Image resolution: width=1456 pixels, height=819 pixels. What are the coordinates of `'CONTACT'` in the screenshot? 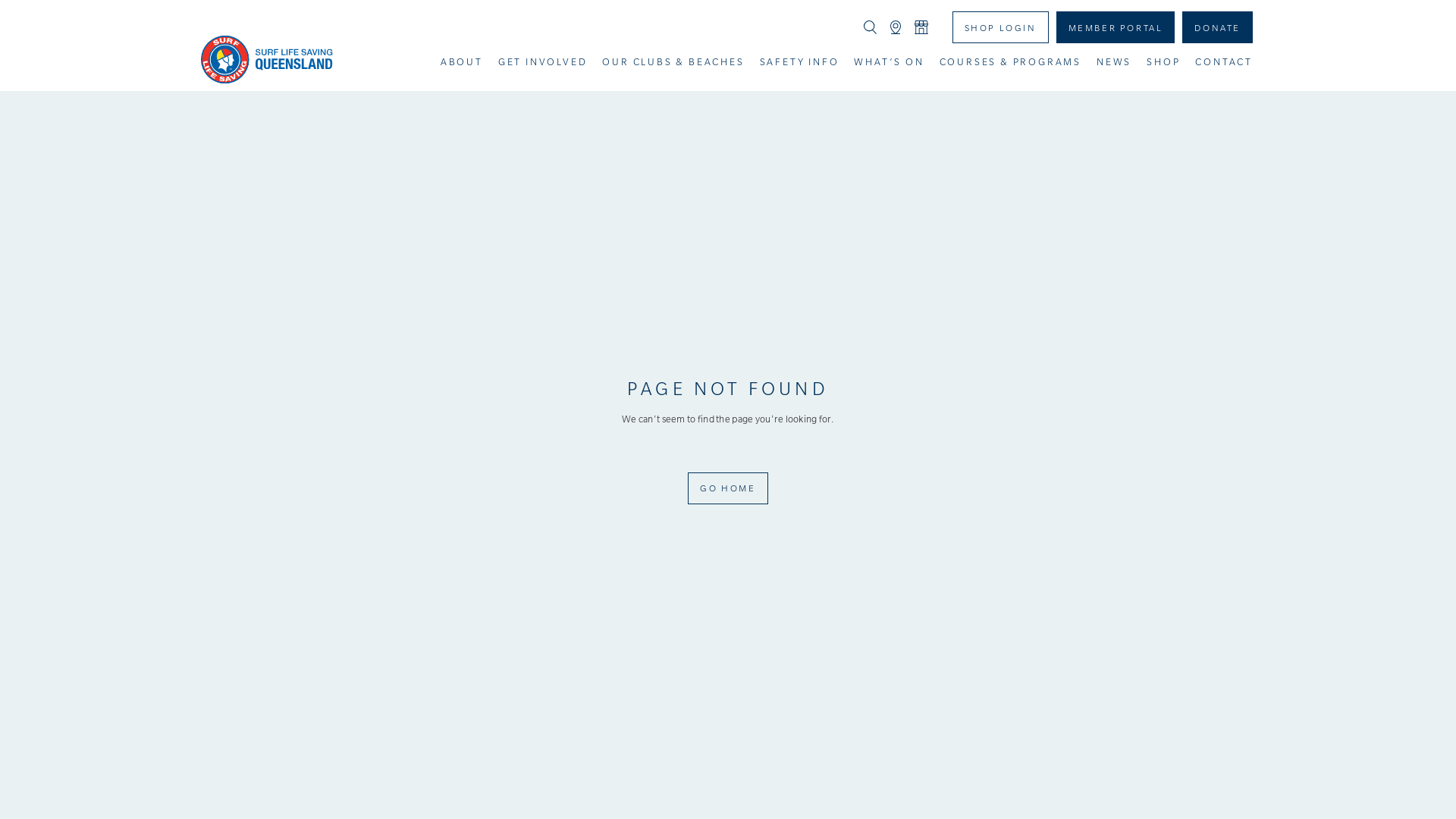 It's located at (1223, 61).